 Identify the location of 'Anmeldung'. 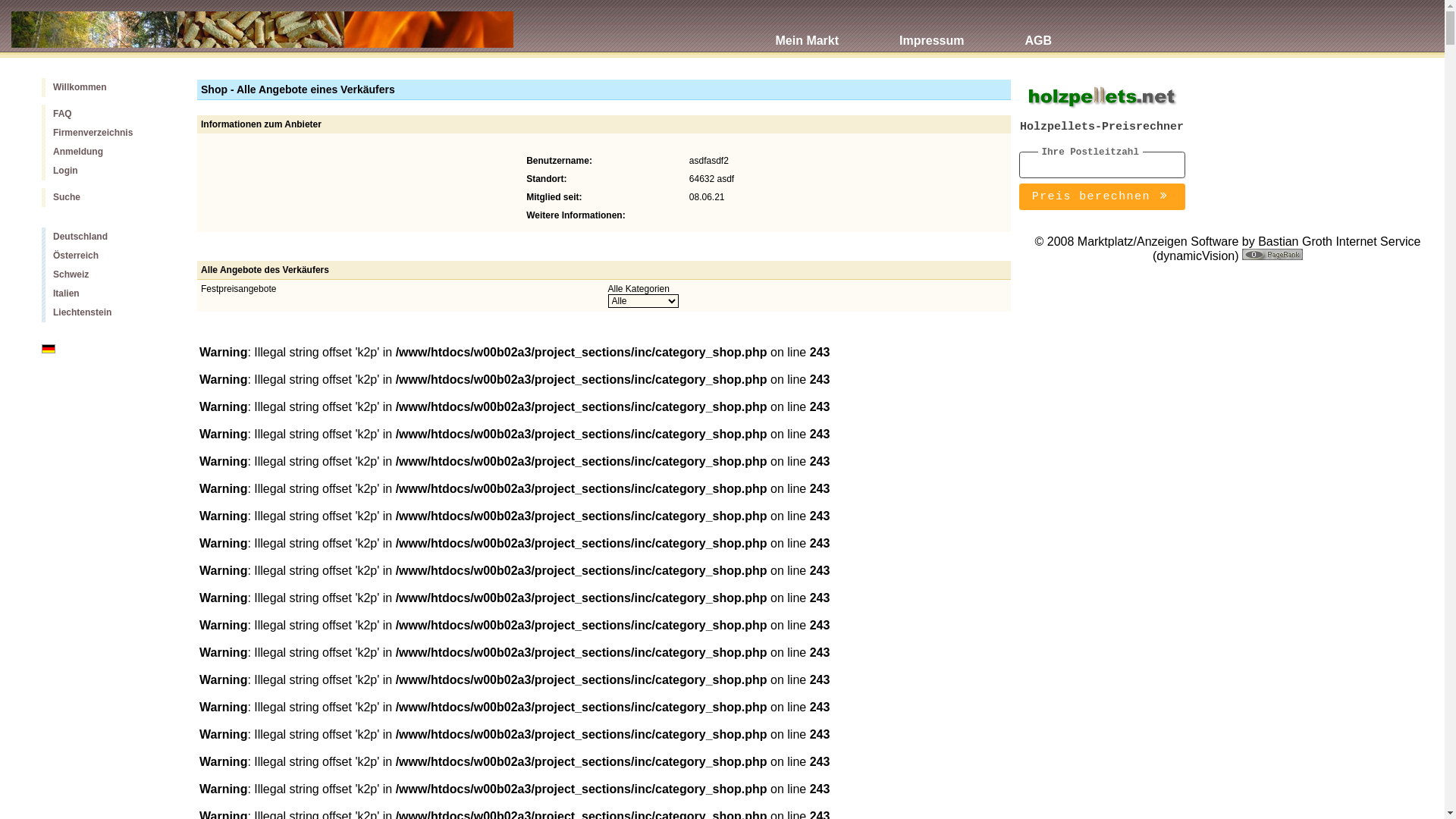
(107, 152).